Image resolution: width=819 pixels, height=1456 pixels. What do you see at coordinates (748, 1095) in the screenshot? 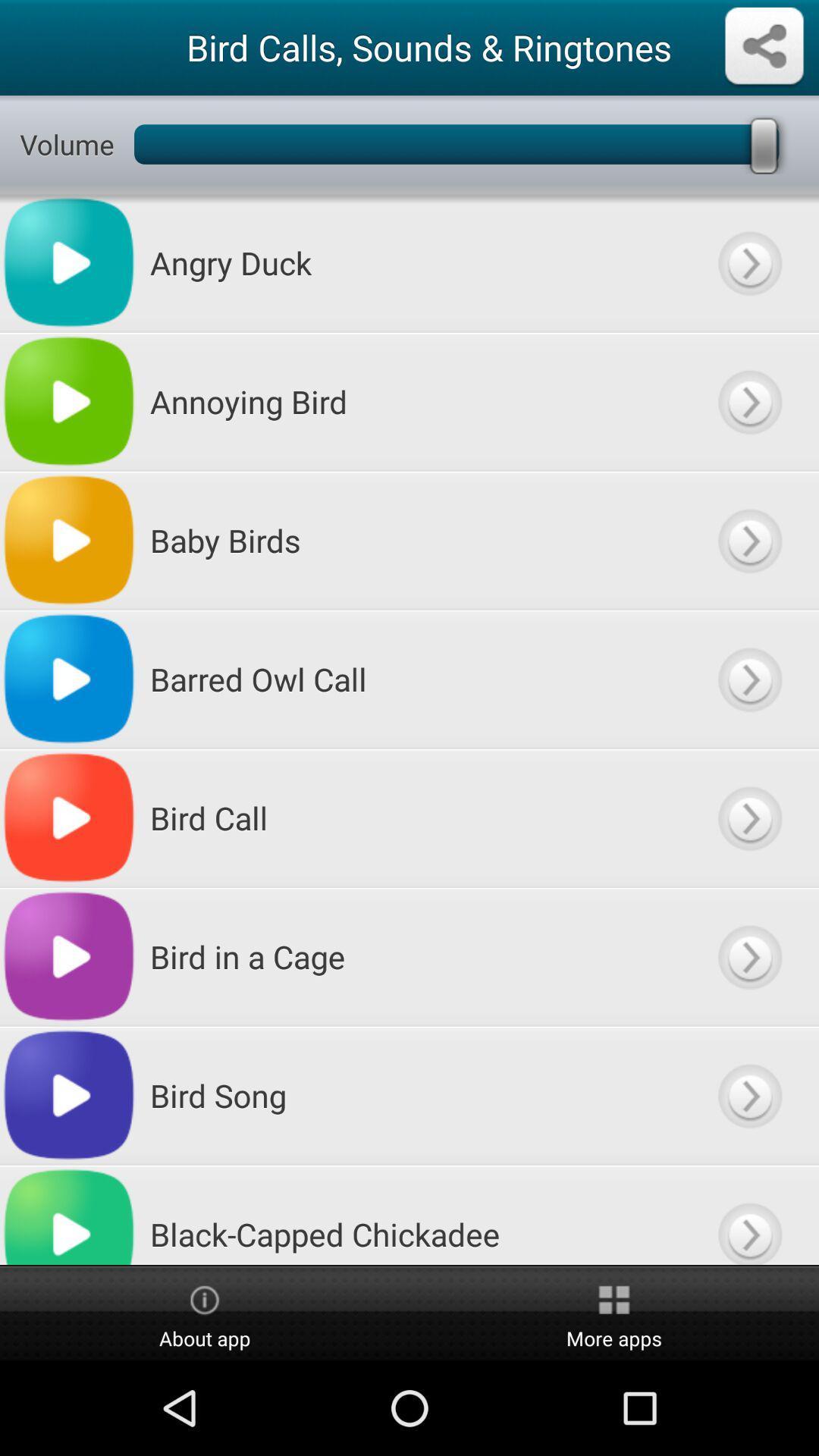
I see `go next` at bounding box center [748, 1095].